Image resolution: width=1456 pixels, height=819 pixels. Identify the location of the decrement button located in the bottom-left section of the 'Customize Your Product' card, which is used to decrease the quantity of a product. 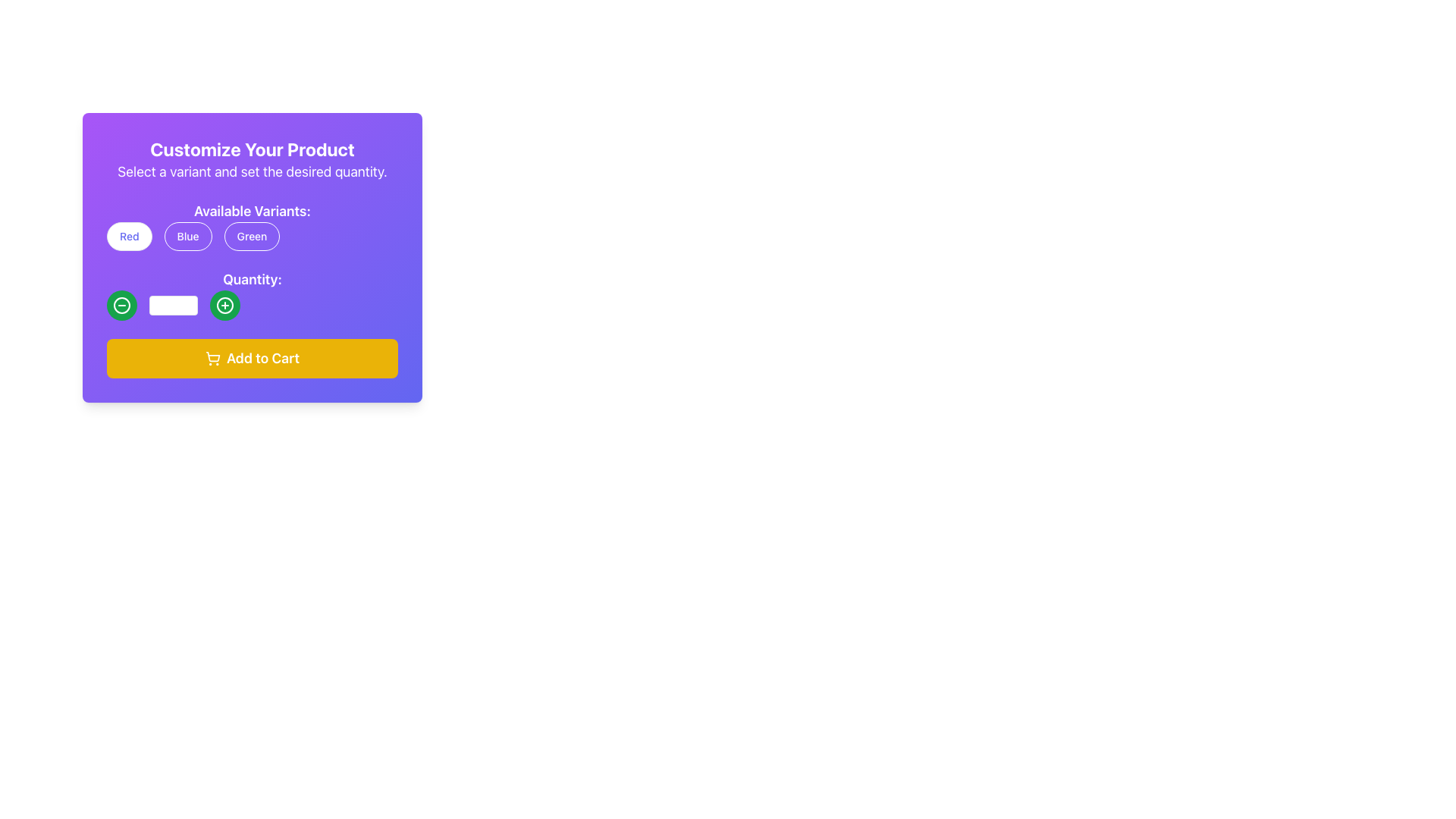
(122, 305).